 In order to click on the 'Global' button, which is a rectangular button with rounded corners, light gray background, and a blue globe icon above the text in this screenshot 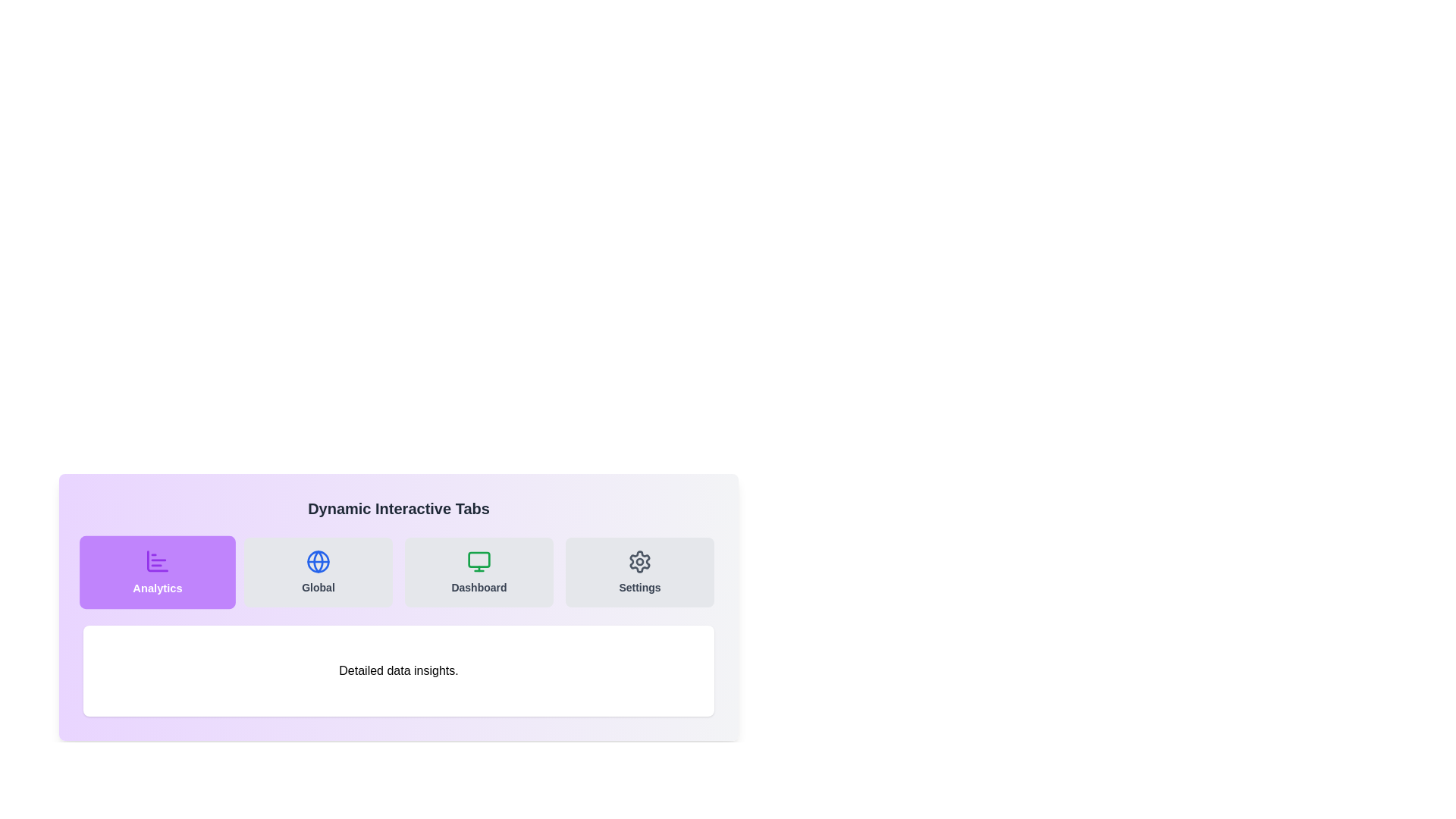, I will do `click(318, 573)`.